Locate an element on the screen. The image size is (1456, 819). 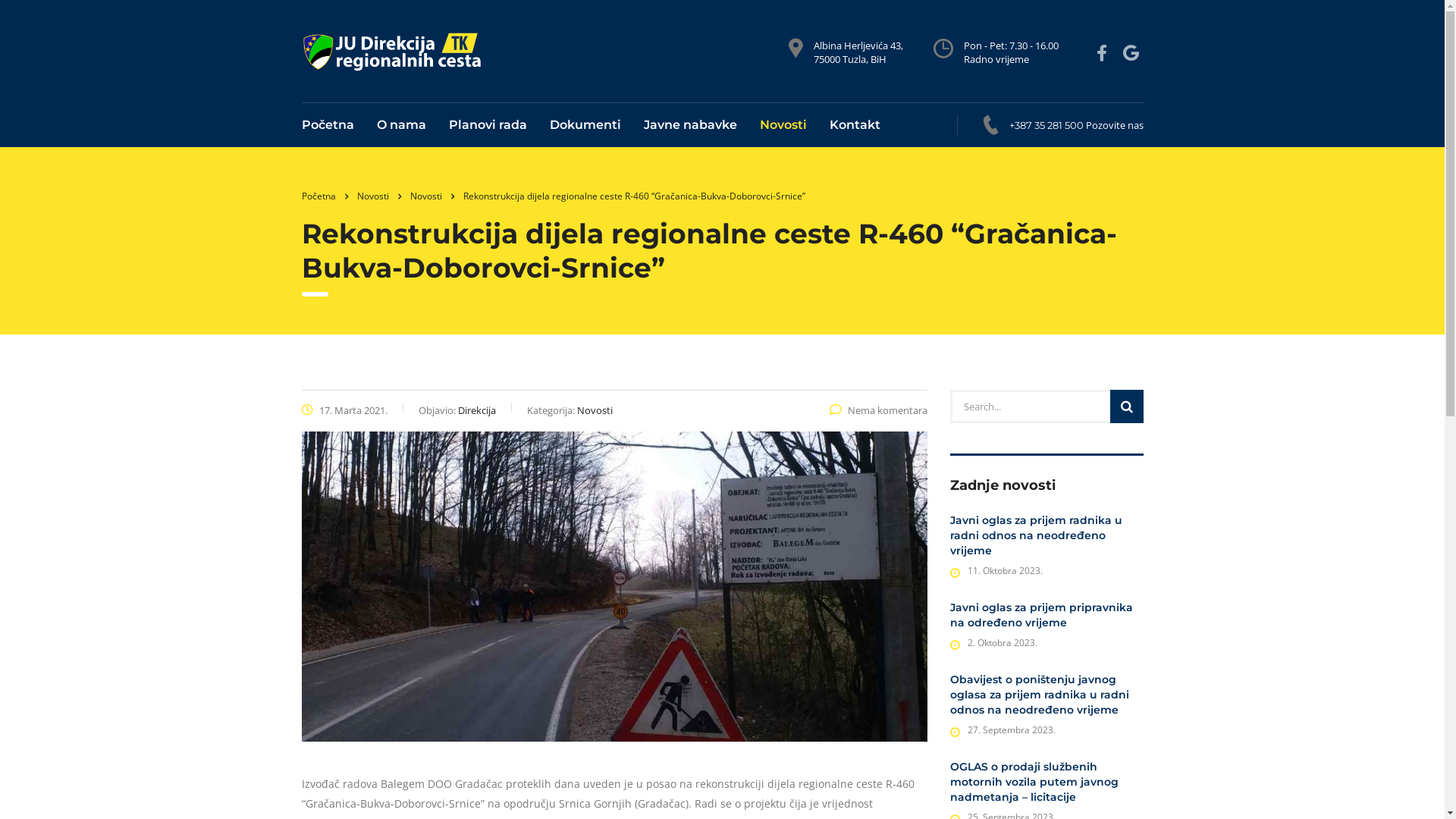
'Javne nabavke' is located at coordinates (689, 124).